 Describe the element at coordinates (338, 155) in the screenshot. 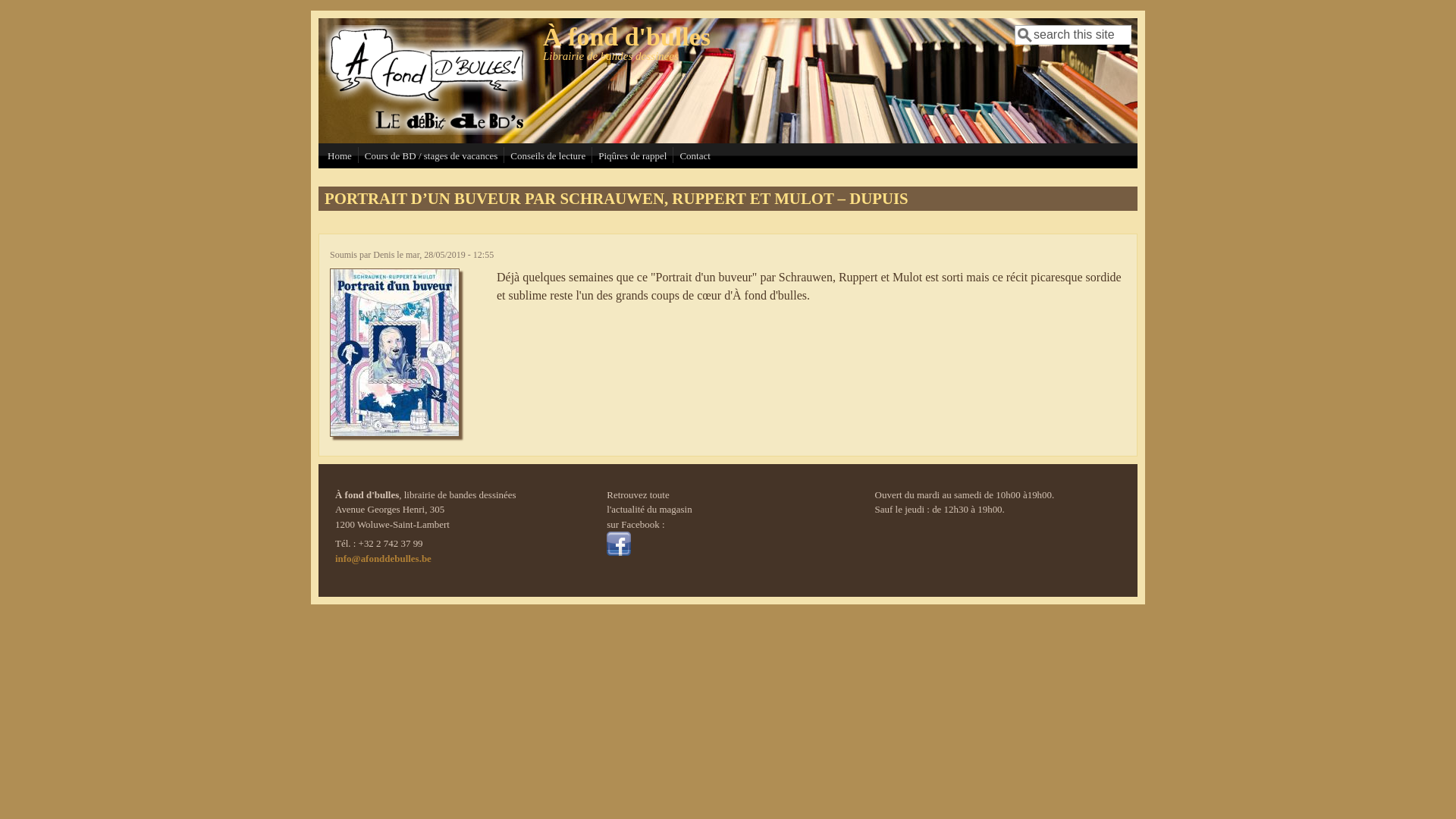

I see `'Home'` at that location.